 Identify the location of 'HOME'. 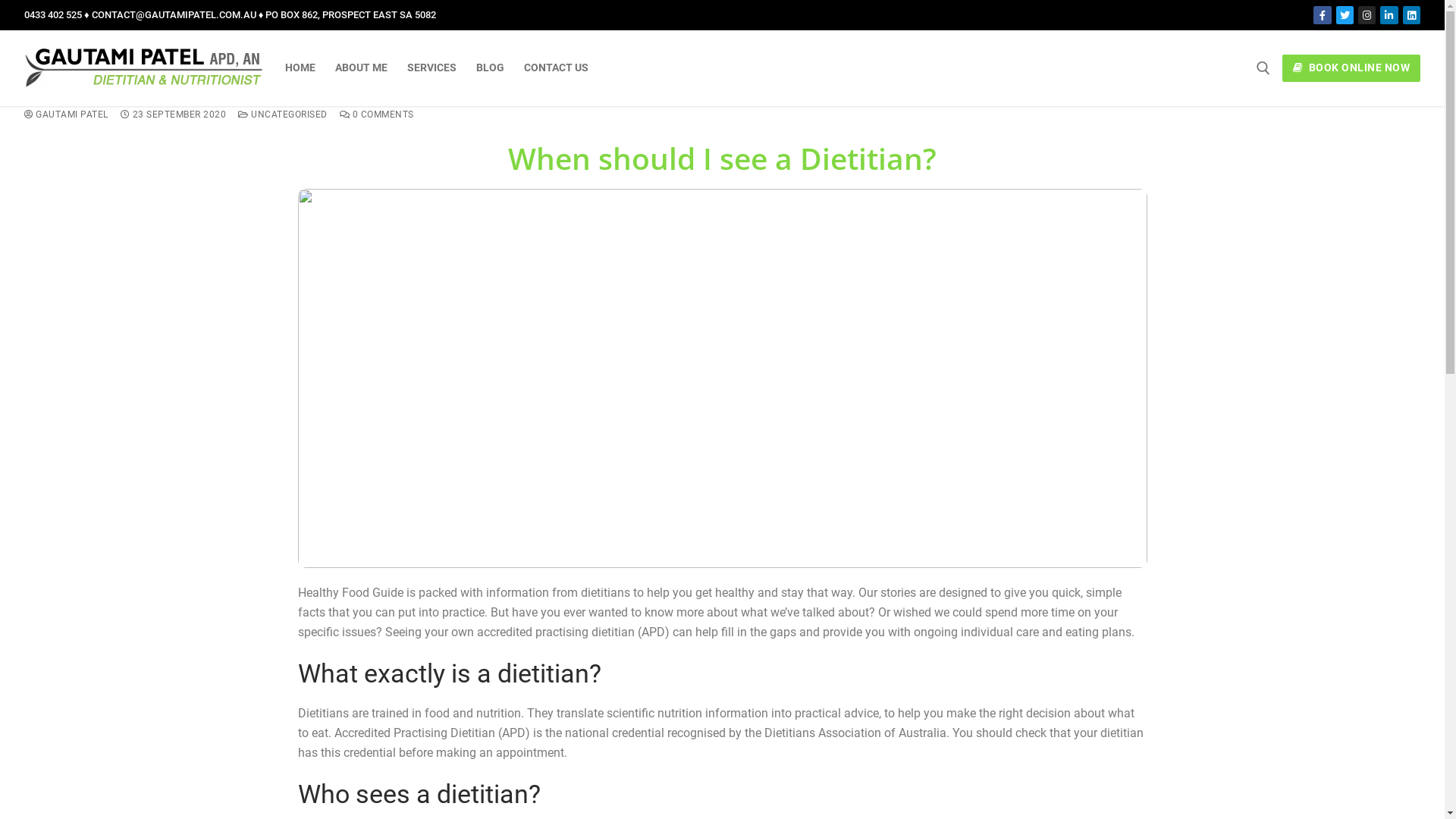
(275, 67).